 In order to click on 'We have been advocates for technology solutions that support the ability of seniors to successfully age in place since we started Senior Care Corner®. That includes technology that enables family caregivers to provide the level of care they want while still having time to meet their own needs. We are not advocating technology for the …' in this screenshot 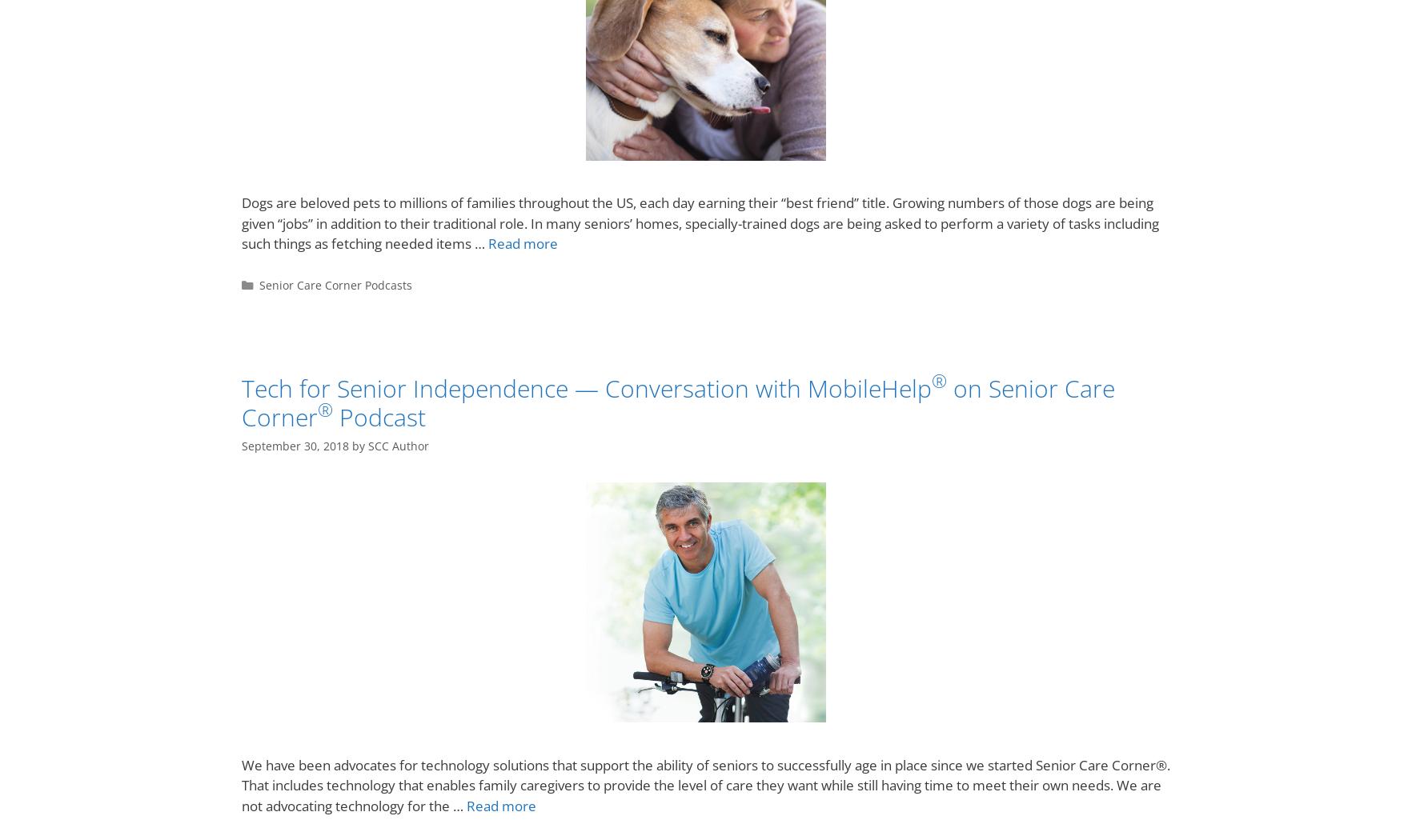, I will do `click(706, 785)`.